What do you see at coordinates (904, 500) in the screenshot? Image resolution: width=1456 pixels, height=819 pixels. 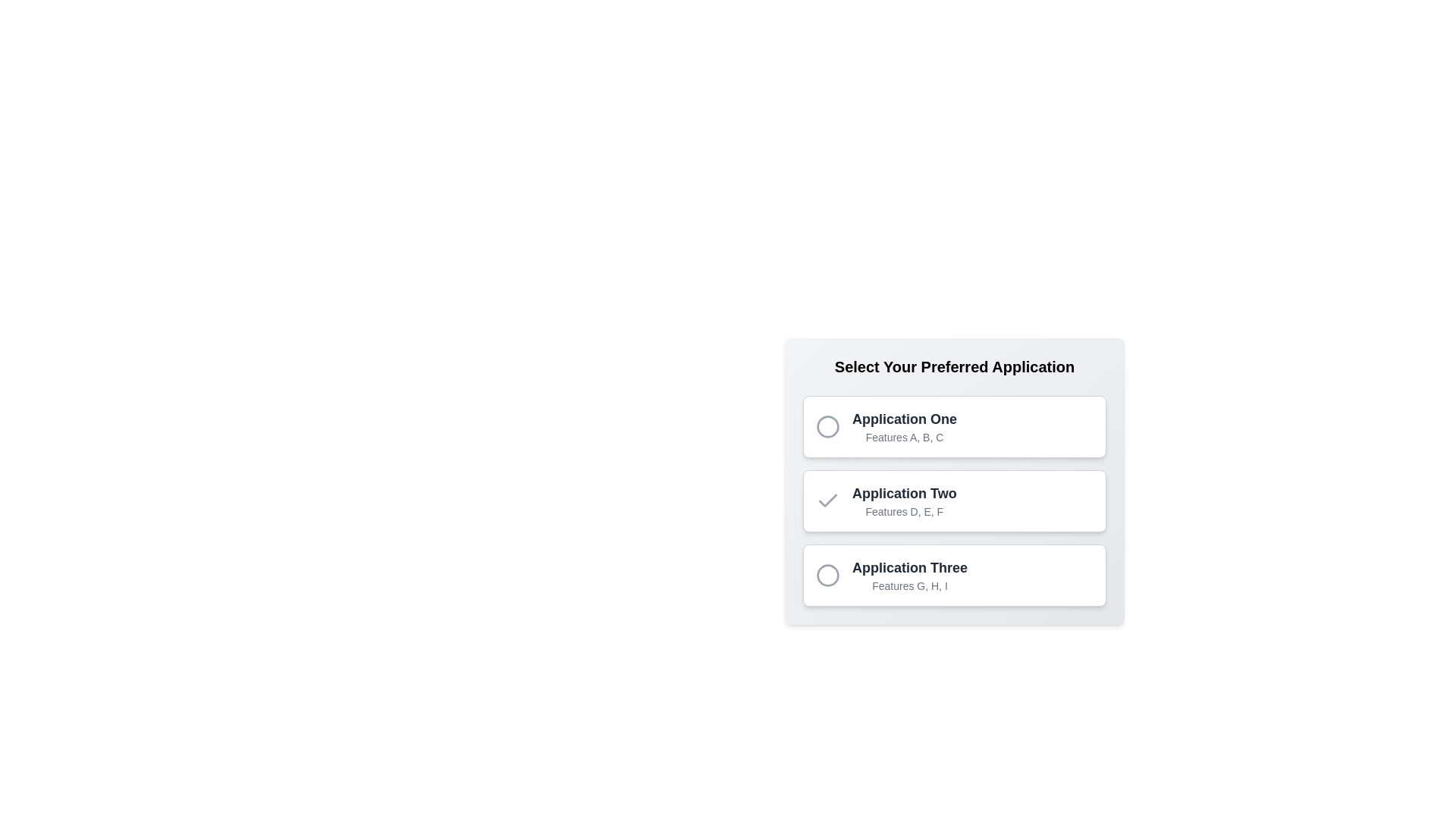 I see `the Text Display element that shows 'Application Two' with features 'D, E, F'` at bounding box center [904, 500].